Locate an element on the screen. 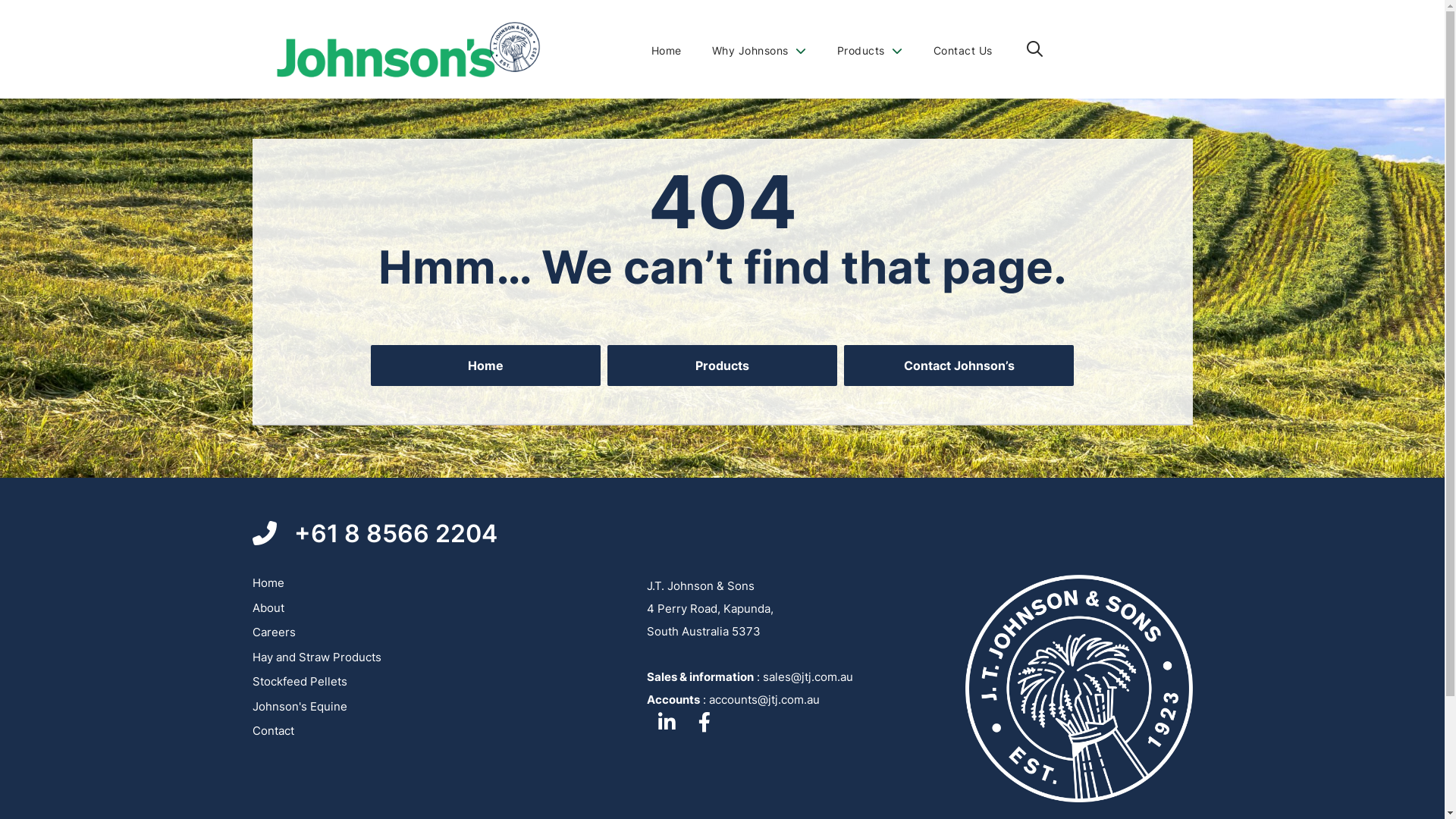  'About' is located at coordinates (268, 607).